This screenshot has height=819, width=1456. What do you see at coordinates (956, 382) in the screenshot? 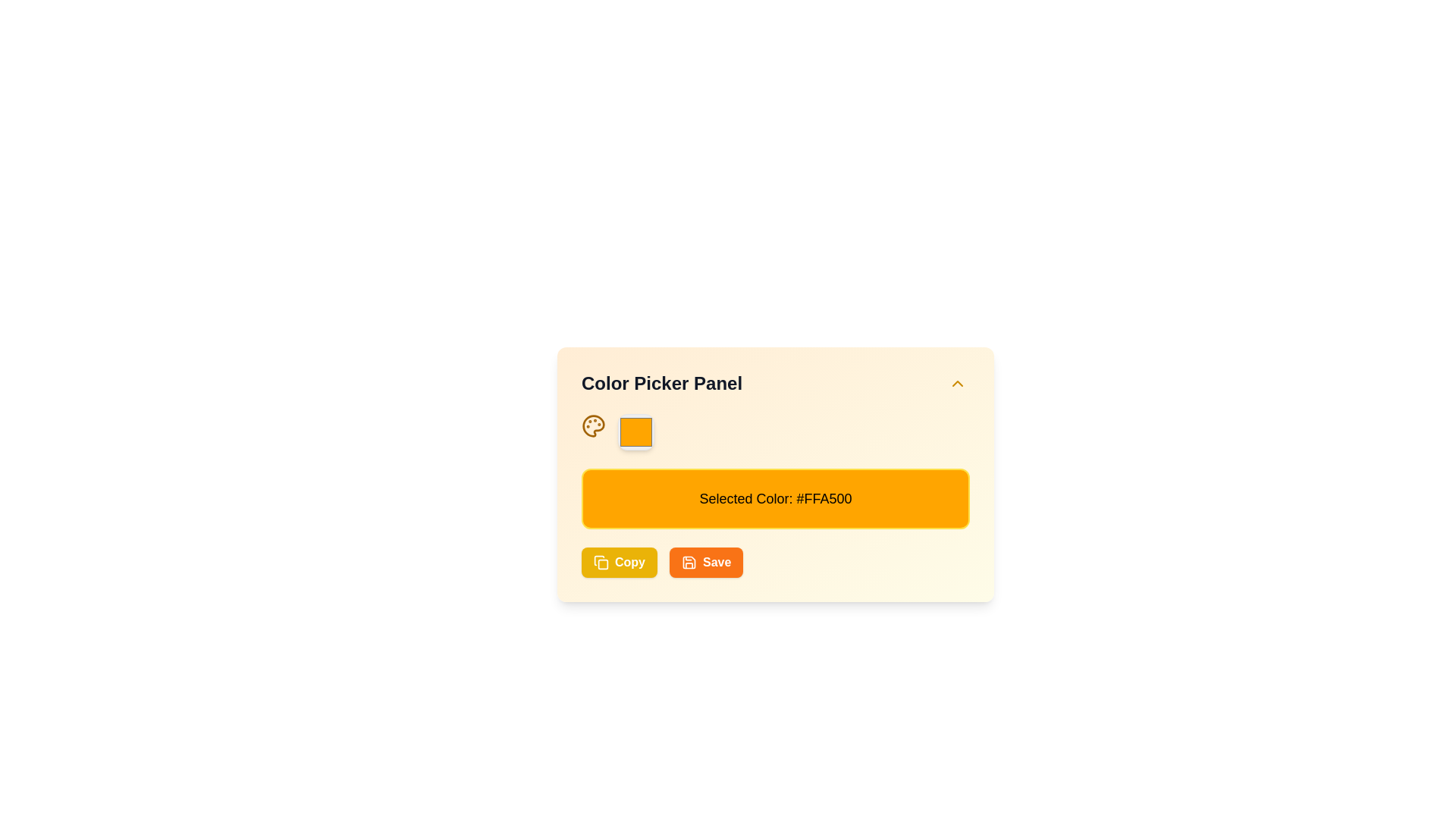
I see `the yellow triangular chevron-up button located at the top-right corner of the 'Color Picker Panel'` at bounding box center [956, 382].